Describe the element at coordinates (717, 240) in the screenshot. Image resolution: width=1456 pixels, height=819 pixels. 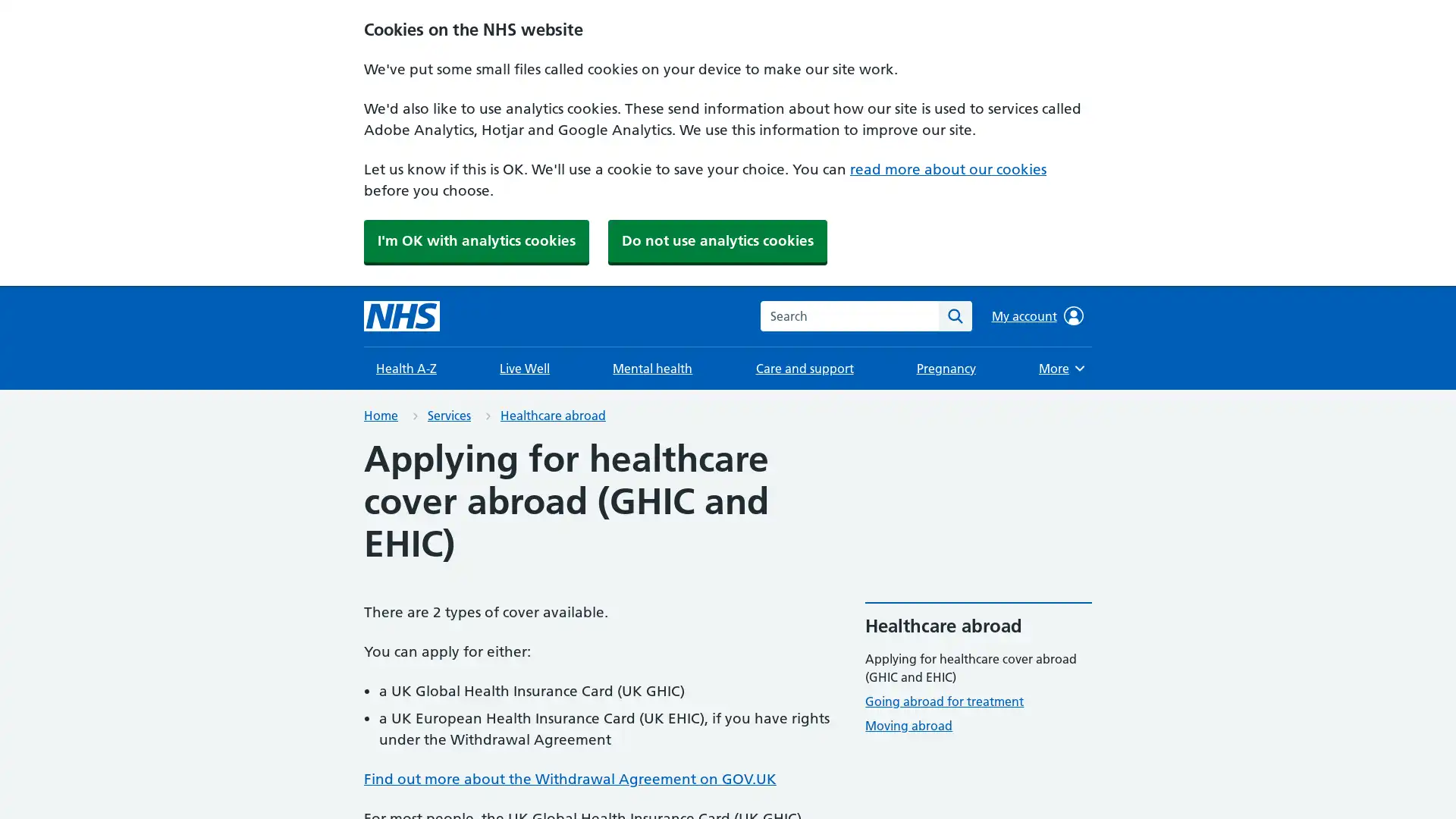
I see `Do not use analytics cookies` at that location.